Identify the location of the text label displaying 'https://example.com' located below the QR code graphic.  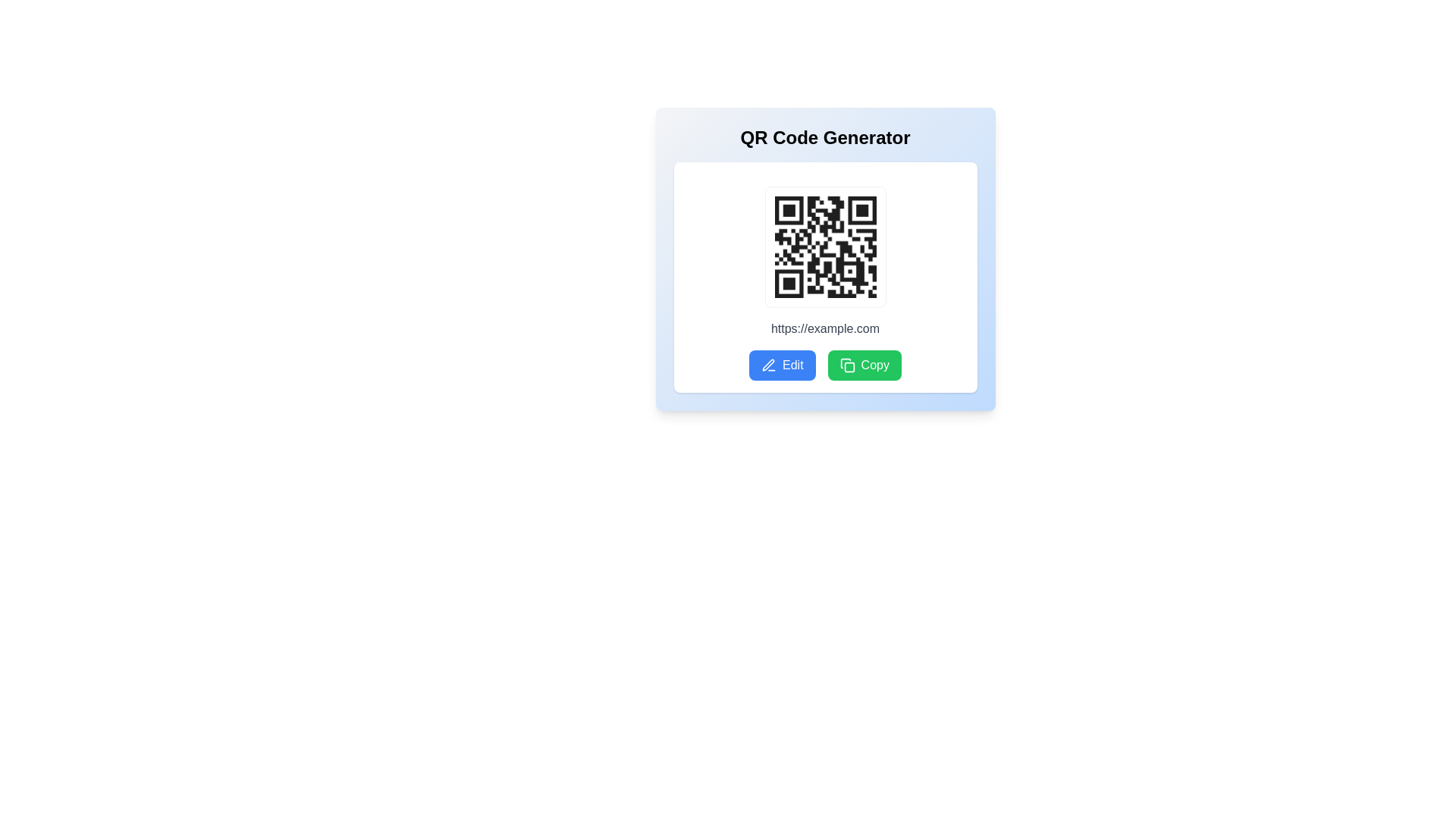
(824, 328).